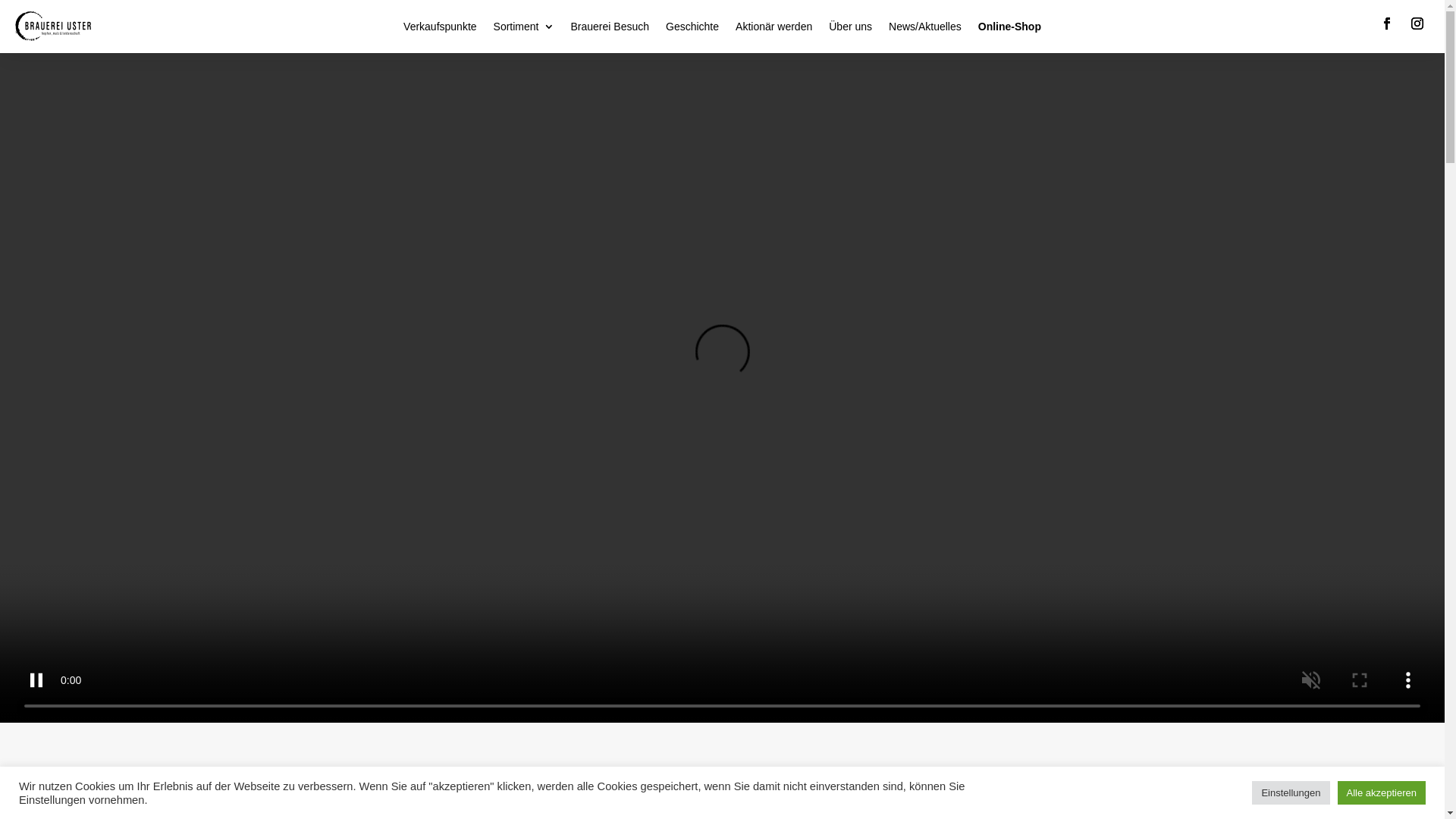  What do you see at coordinates (924, 29) in the screenshot?
I see `'News/Aktuelles'` at bounding box center [924, 29].